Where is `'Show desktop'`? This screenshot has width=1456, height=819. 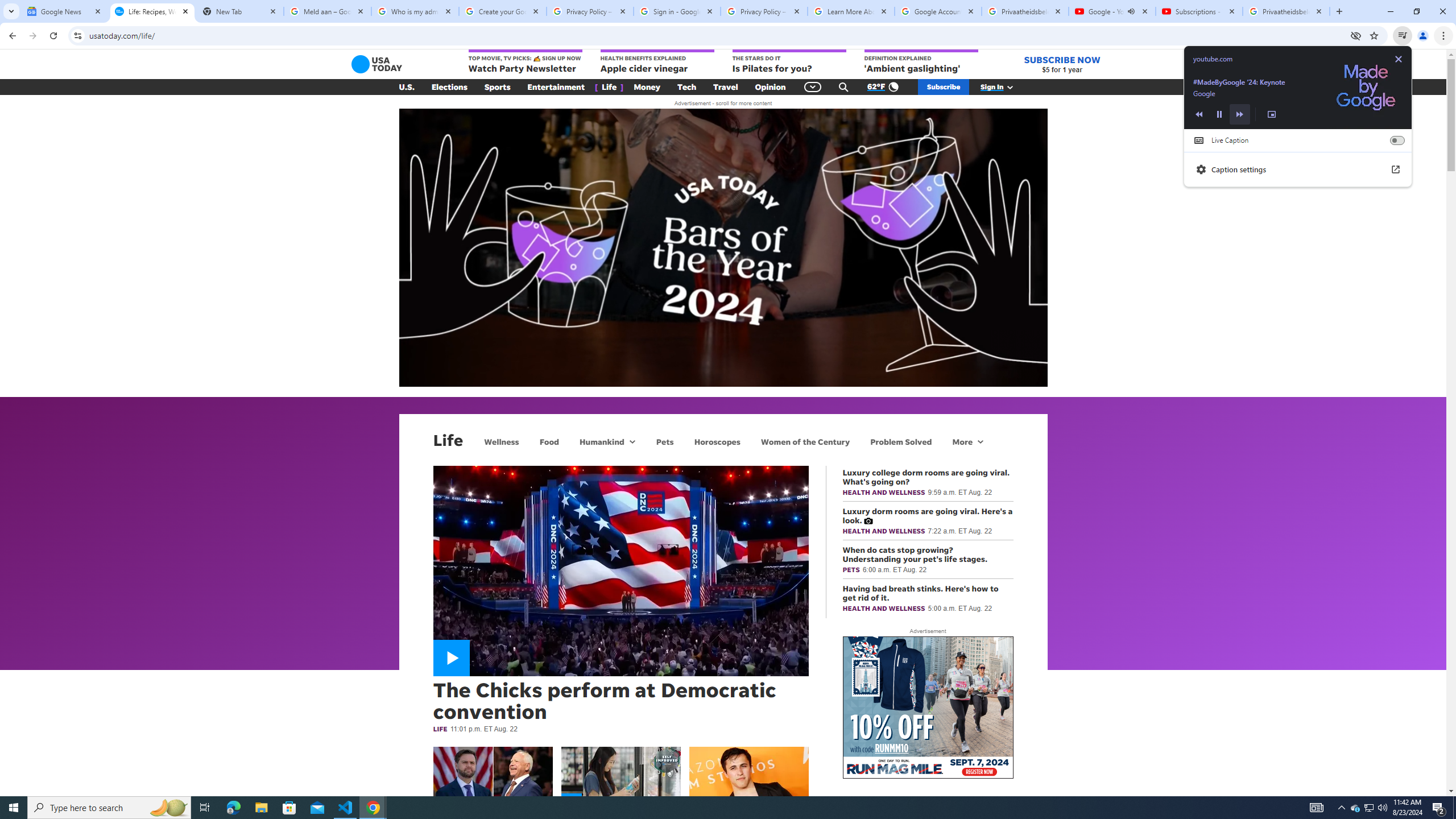
'Show desktop' is located at coordinates (1454, 806).